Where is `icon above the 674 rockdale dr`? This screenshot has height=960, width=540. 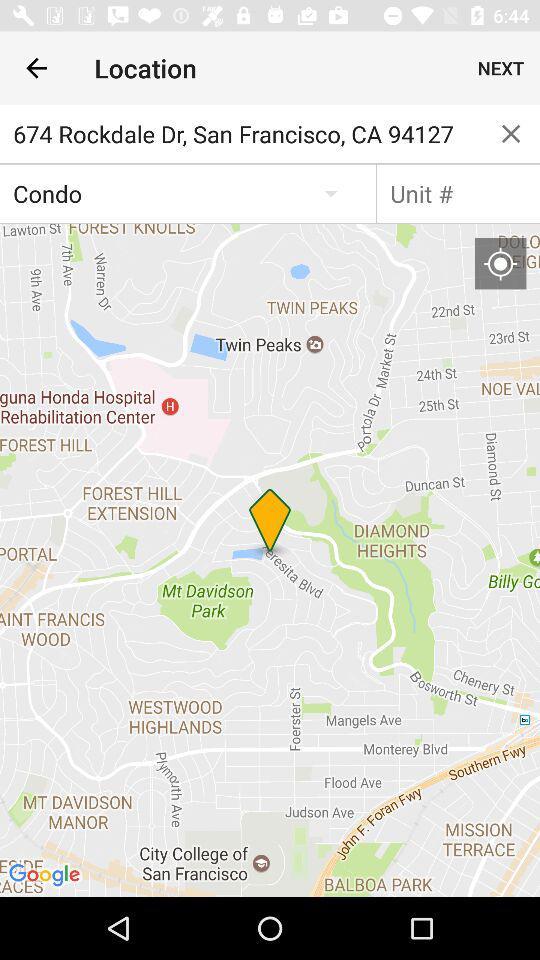 icon above the 674 rockdale dr is located at coordinates (36, 68).